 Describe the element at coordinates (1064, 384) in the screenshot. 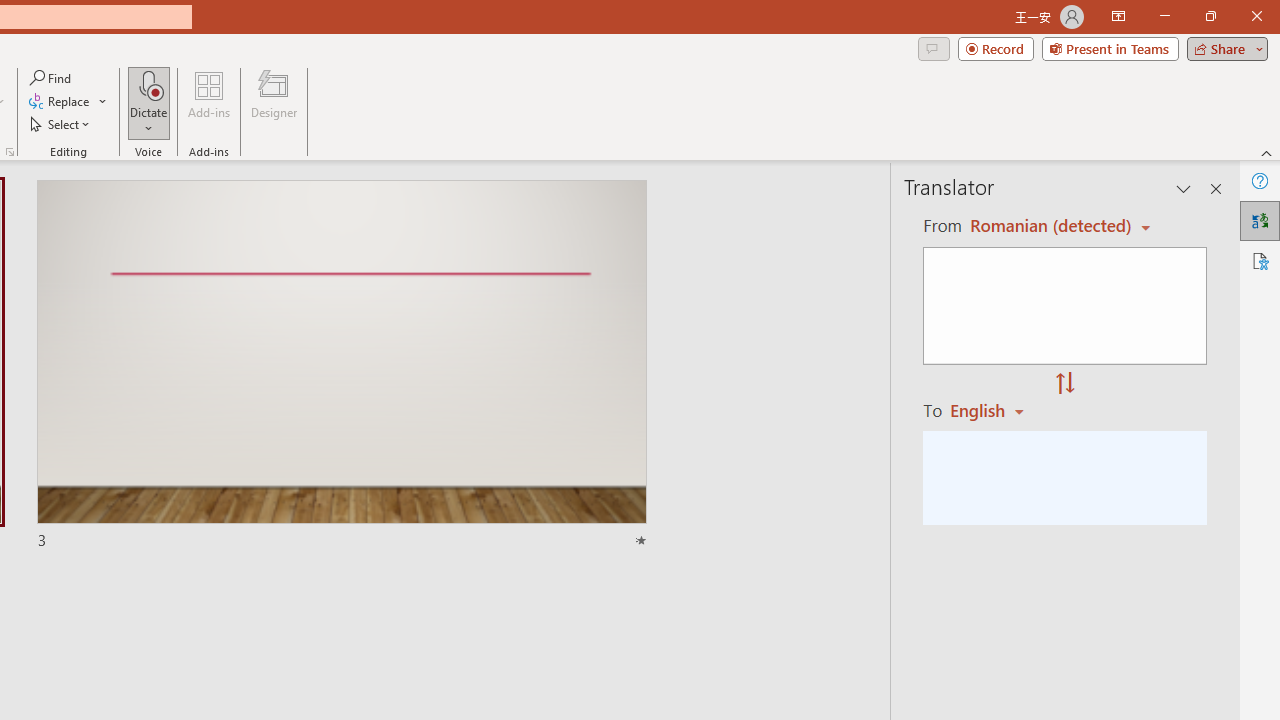

I see `'Swap "from" and "to" languages.'` at that location.